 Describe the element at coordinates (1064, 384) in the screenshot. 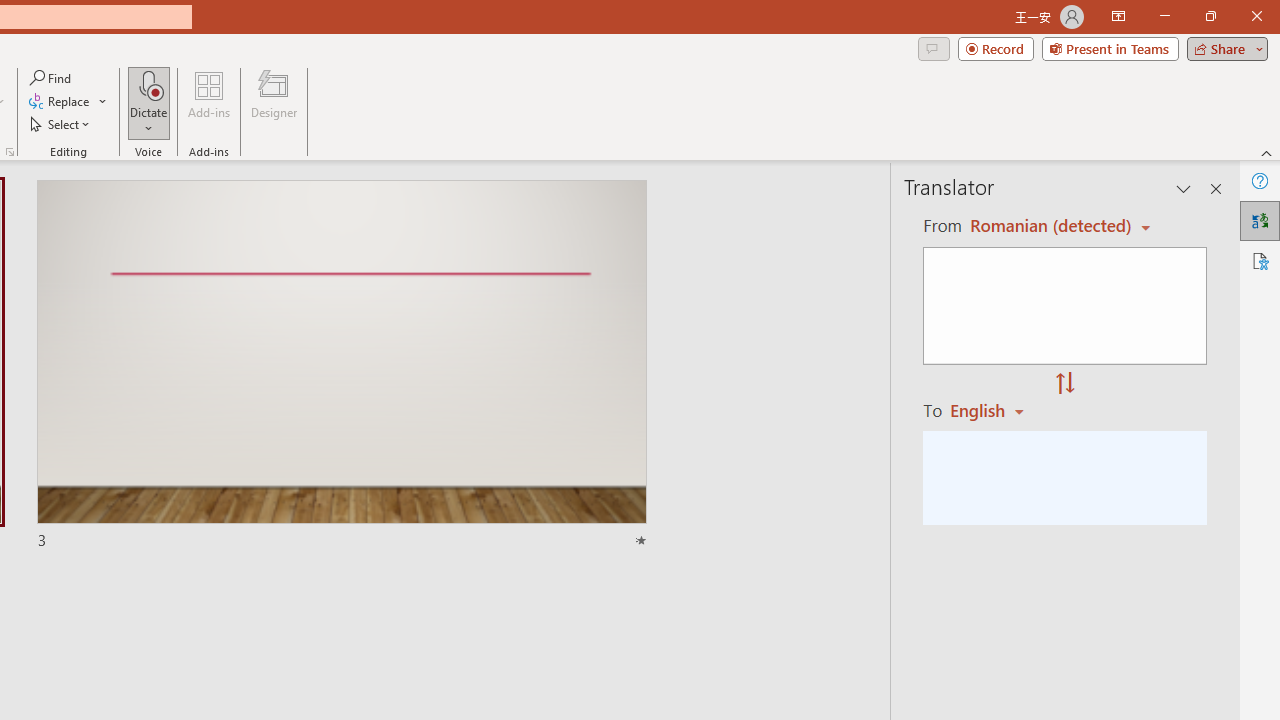

I see `'Swap "from" and "to" languages.'` at that location.